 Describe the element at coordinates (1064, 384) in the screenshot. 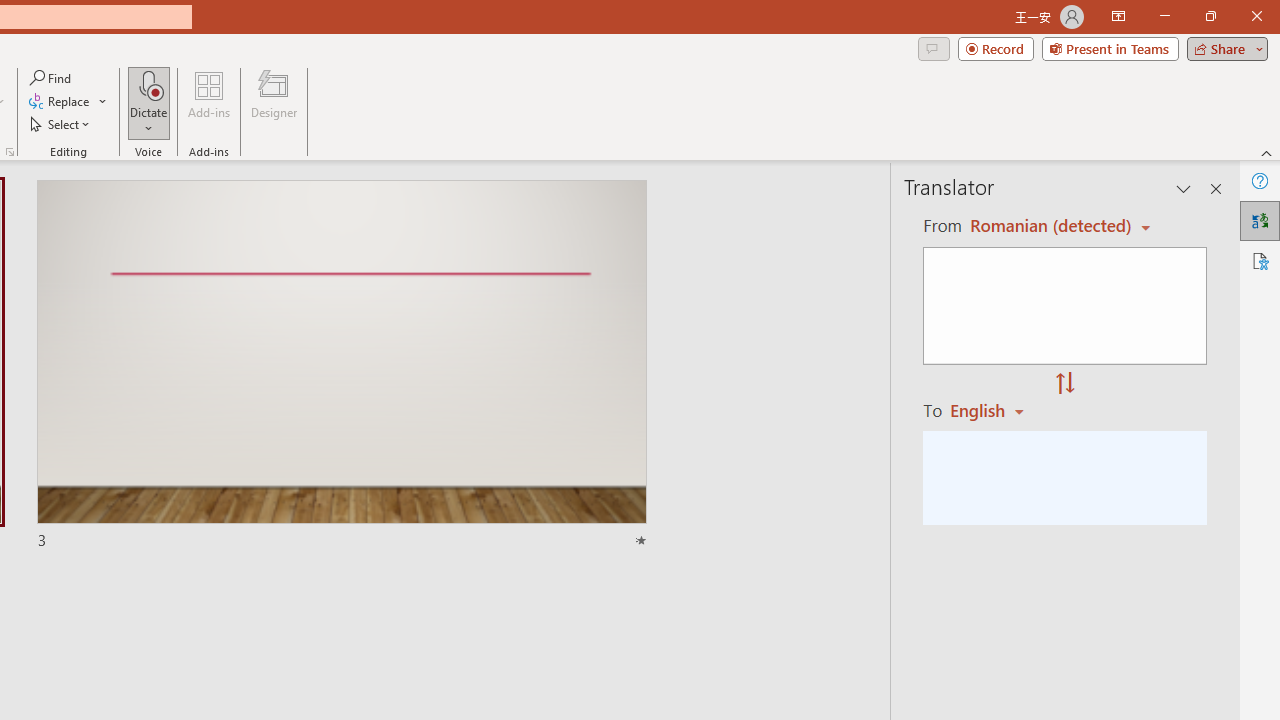

I see `'Swap "from" and "to" languages.'` at that location.